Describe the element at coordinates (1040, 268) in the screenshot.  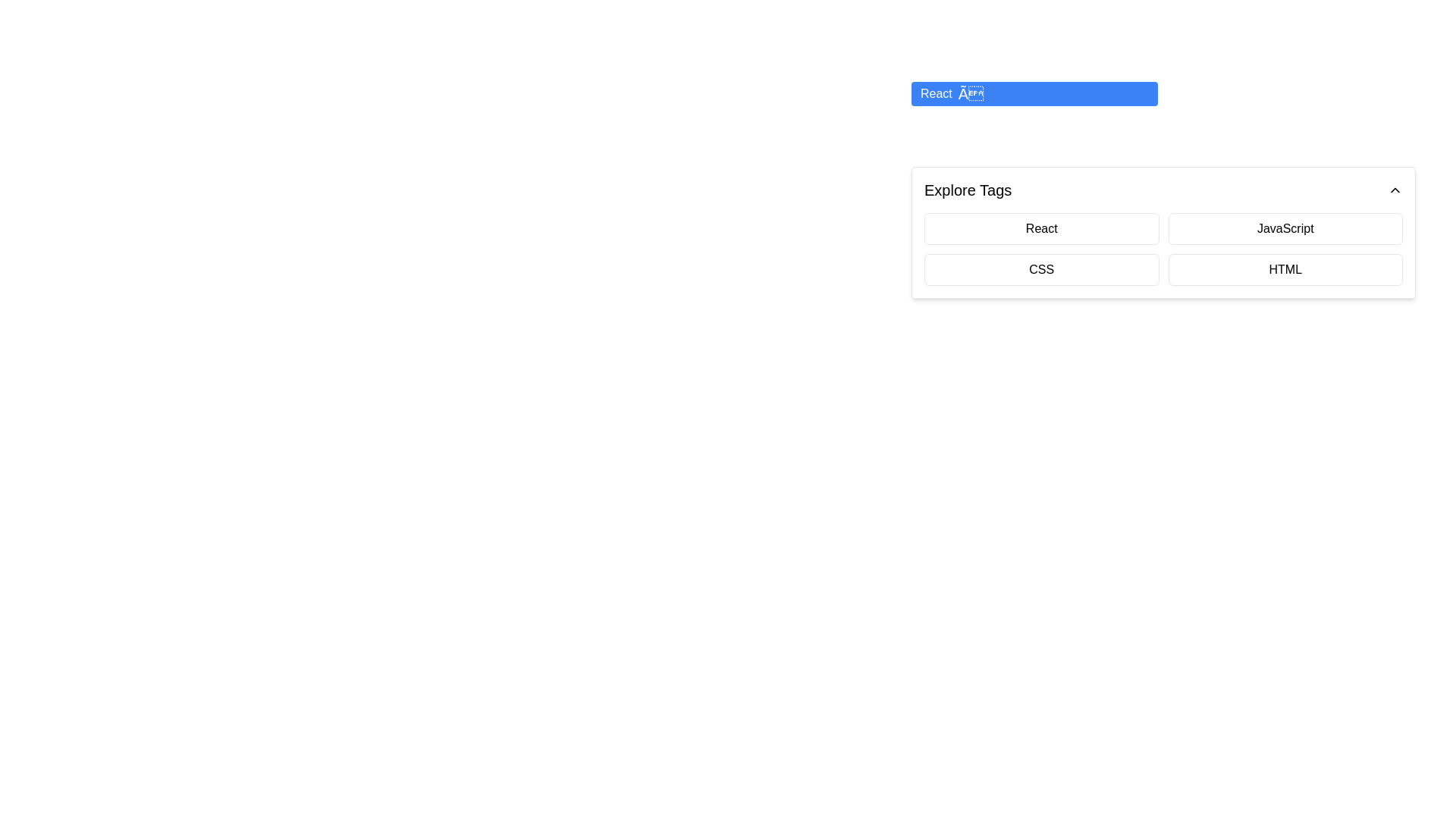
I see `the button that serves as a selector for the 'CSS' category, located in the lower-left quadrant of the grid, directly below the 'React' button and to the left of the 'HTML' button` at that location.